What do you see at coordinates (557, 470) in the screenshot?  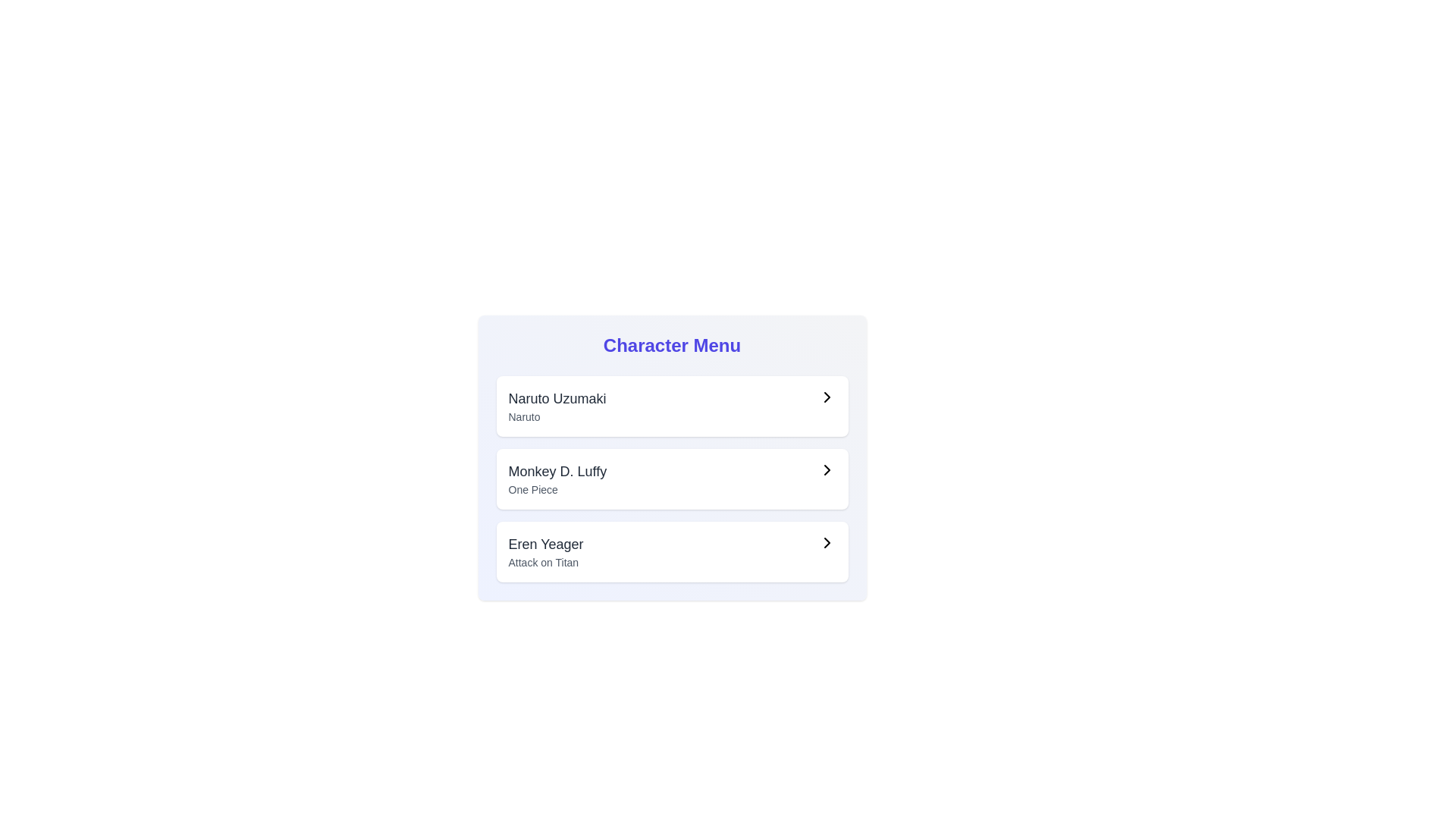 I see `the Text label indicating the name of the character 'Monkey D. Luffy' in the 'Character Menu'` at bounding box center [557, 470].